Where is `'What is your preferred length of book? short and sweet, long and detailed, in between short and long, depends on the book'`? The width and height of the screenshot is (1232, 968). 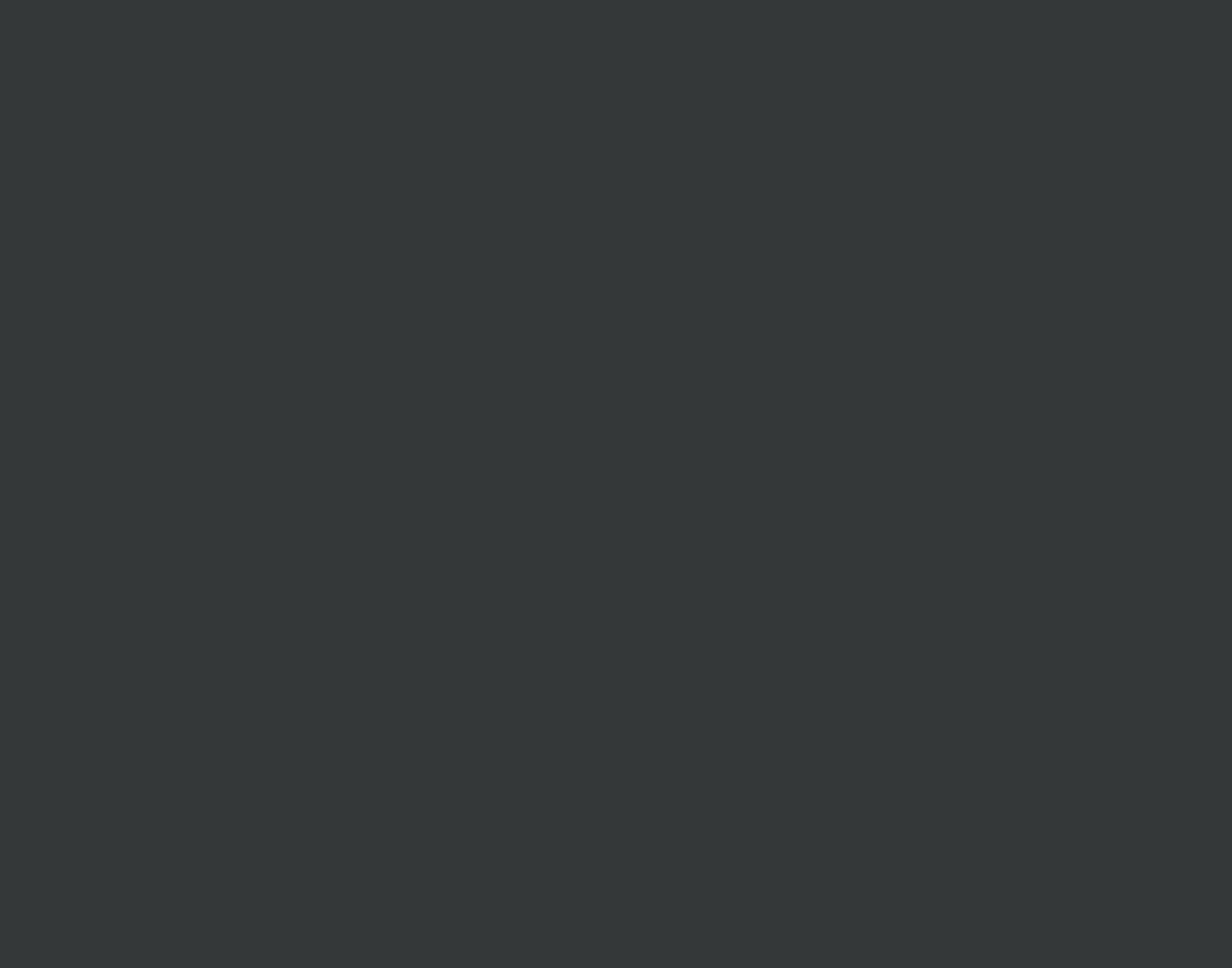
'What is your preferred length of book? short and sweet, long and detailed, in between short and long, depends on the book' is located at coordinates (767, 177).